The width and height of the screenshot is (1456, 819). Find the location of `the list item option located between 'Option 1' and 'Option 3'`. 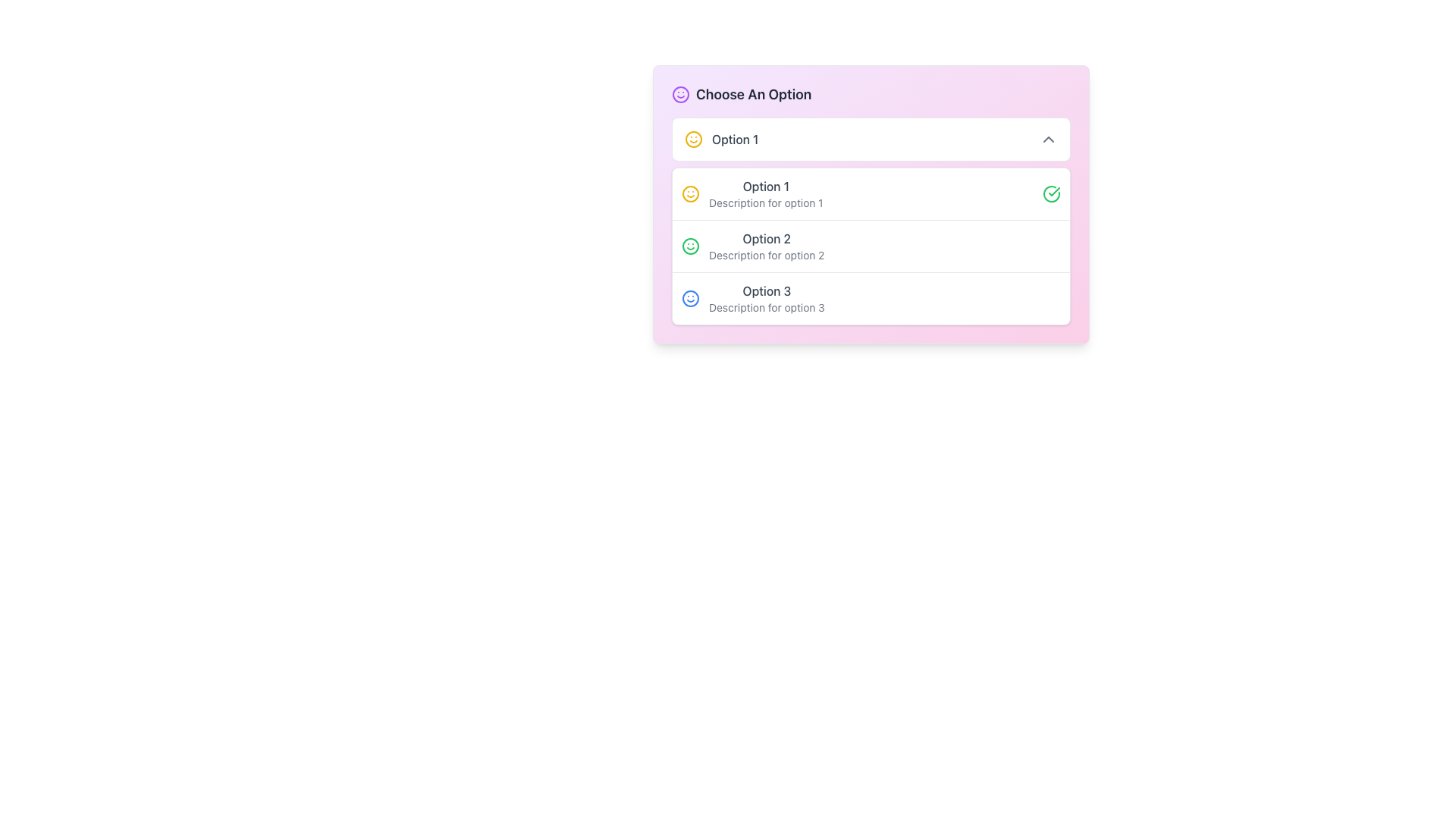

the list item option located between 'Option 1' and 'Option 3' is located at coordinates (753, 245).